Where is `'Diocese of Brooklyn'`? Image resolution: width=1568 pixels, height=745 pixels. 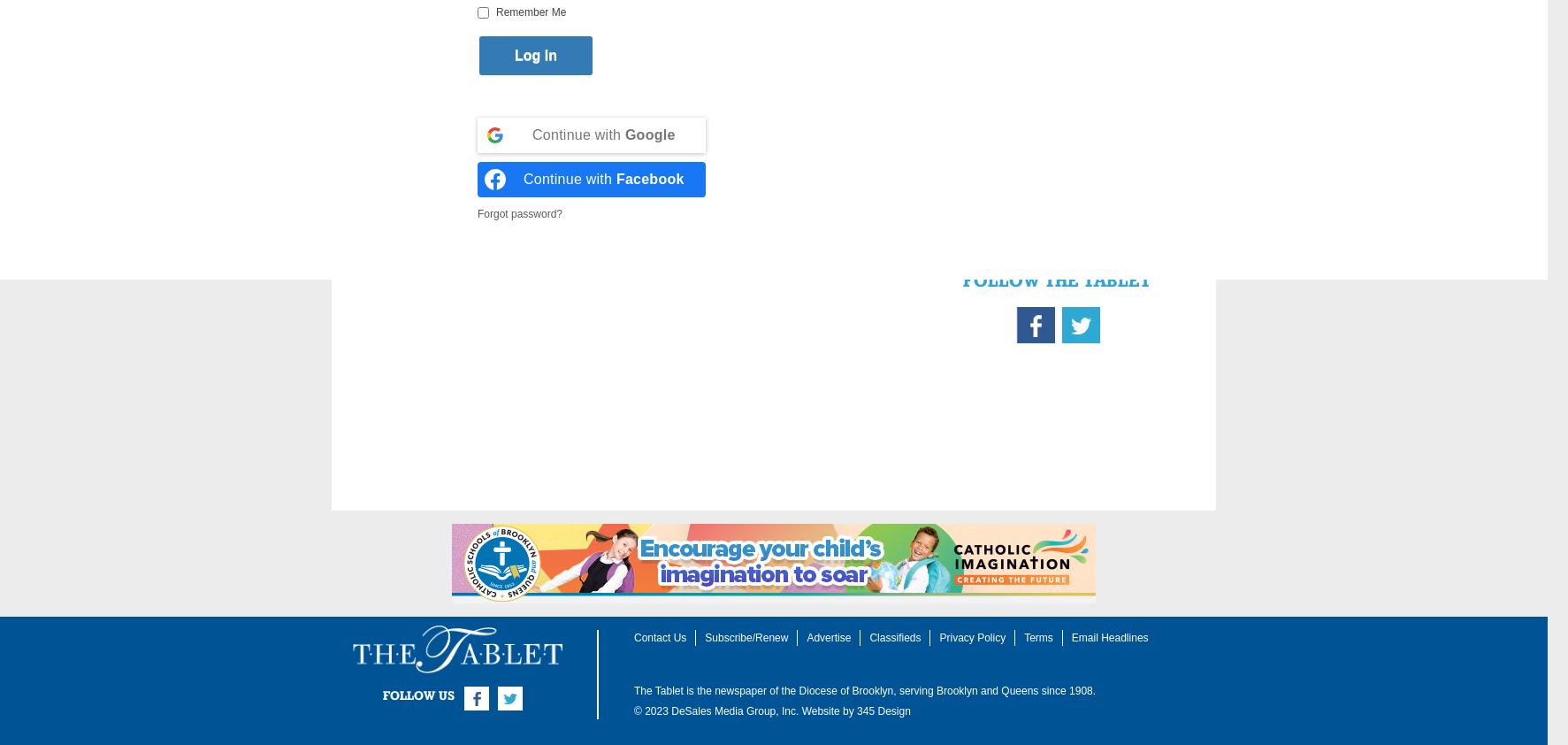
'Diocese of Brooklyn' is located at coordinates (845, 691).